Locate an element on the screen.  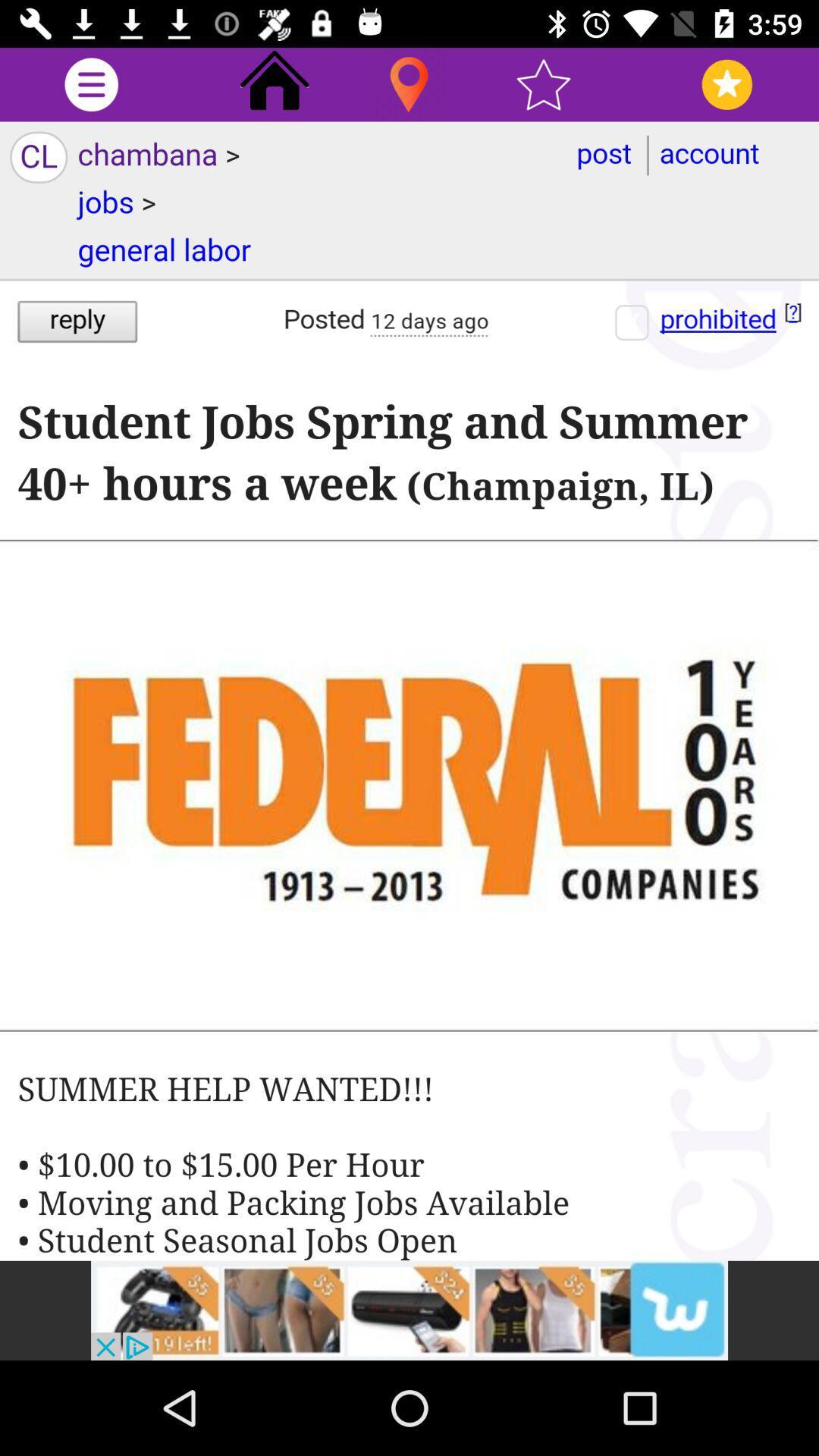
fovread is located at coordinates (726, 83).